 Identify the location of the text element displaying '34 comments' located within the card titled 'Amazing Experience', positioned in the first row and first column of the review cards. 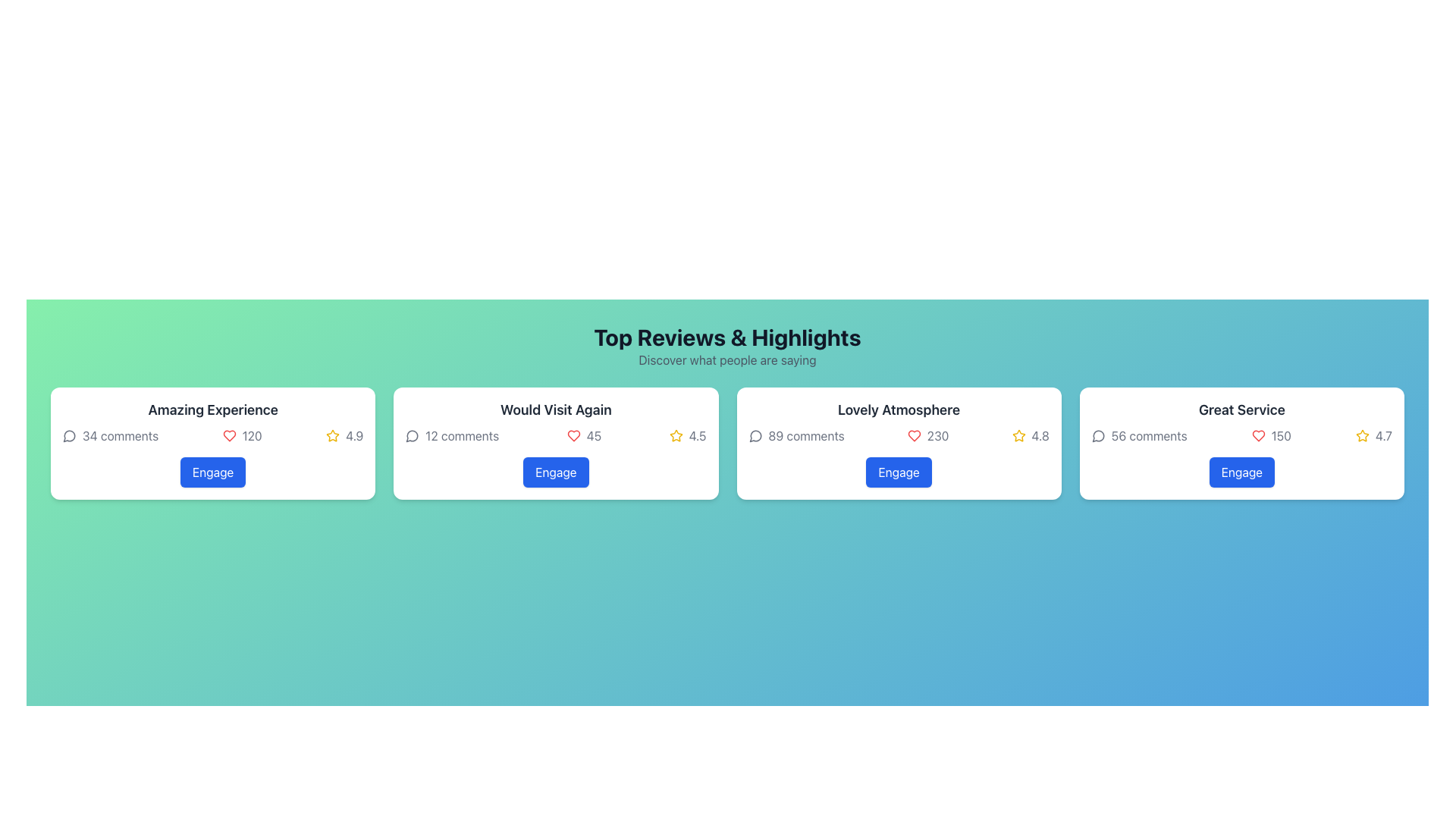
(120, 435).